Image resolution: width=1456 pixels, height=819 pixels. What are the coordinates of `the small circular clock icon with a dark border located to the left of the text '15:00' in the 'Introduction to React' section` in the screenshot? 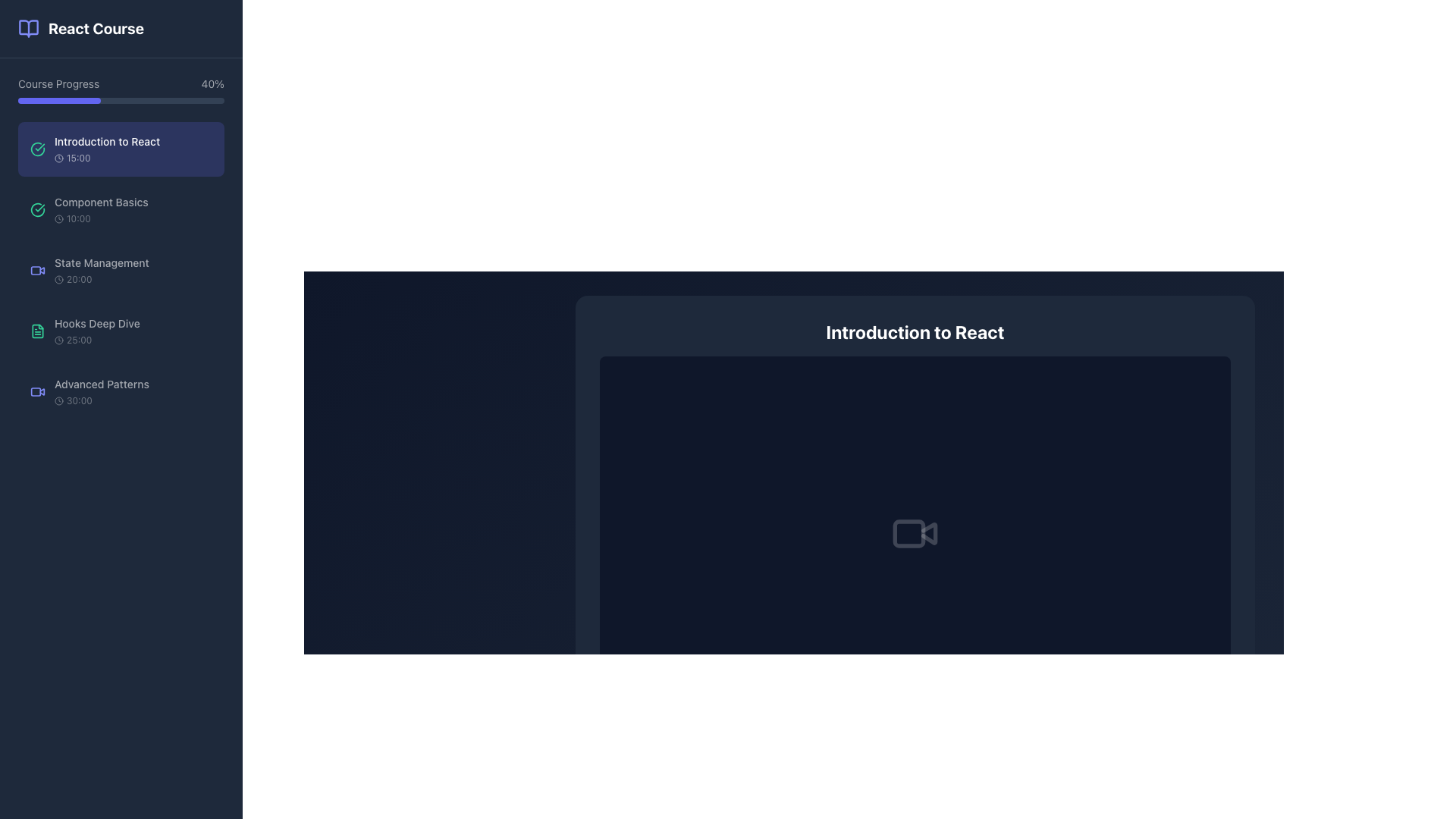 It's located at (58, 158).